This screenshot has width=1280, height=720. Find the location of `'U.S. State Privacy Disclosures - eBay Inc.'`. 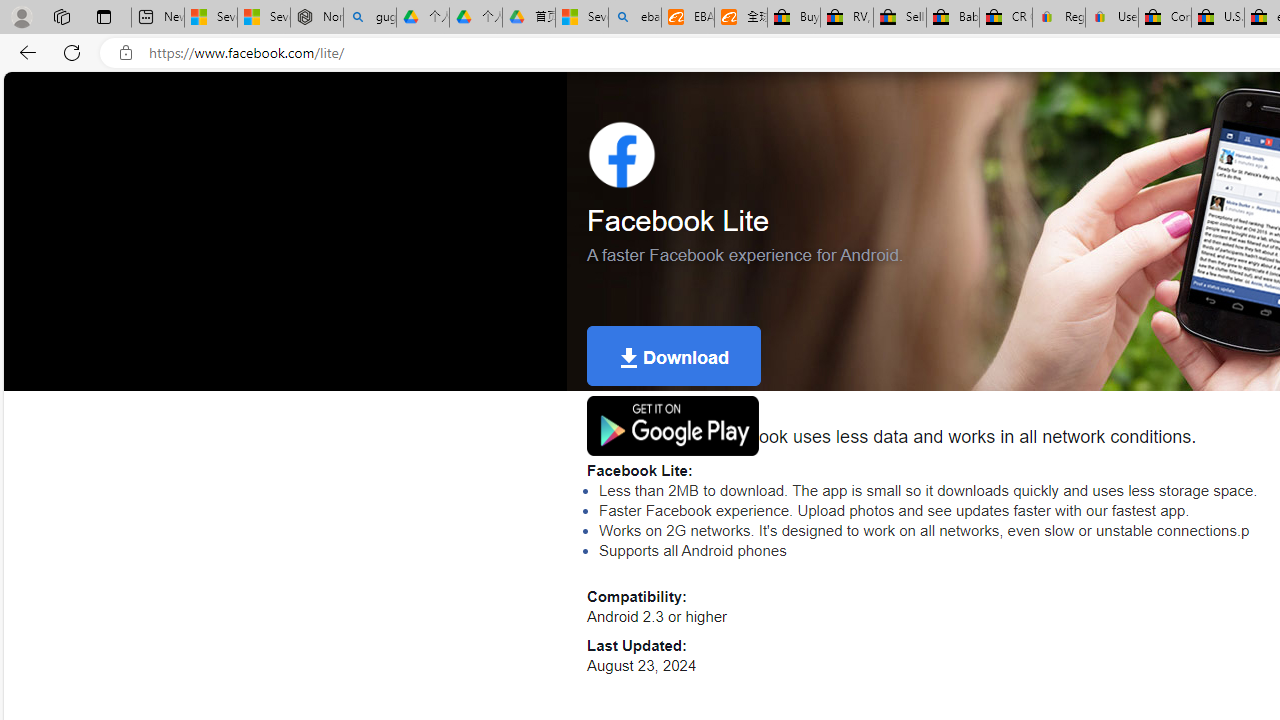

'U.S. State Privacy Disclosures - eBay Inc.' is located at coordinates (1216, 17).